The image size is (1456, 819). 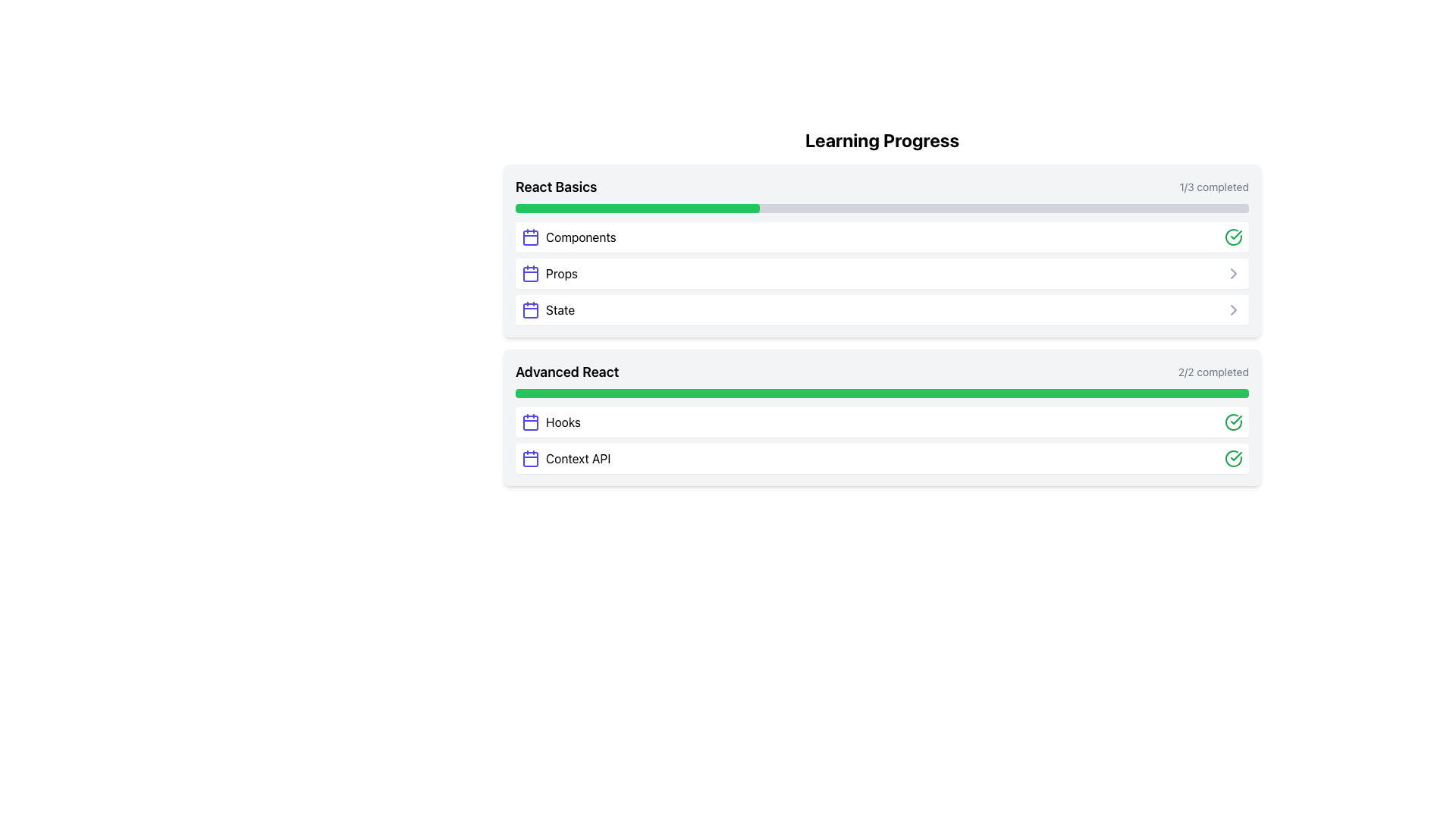 I want to click on the text label reading 'Props' which is the second item in the list under 'React Basics', positioned between 'Components' and 'State', so click(x=561, y=274).